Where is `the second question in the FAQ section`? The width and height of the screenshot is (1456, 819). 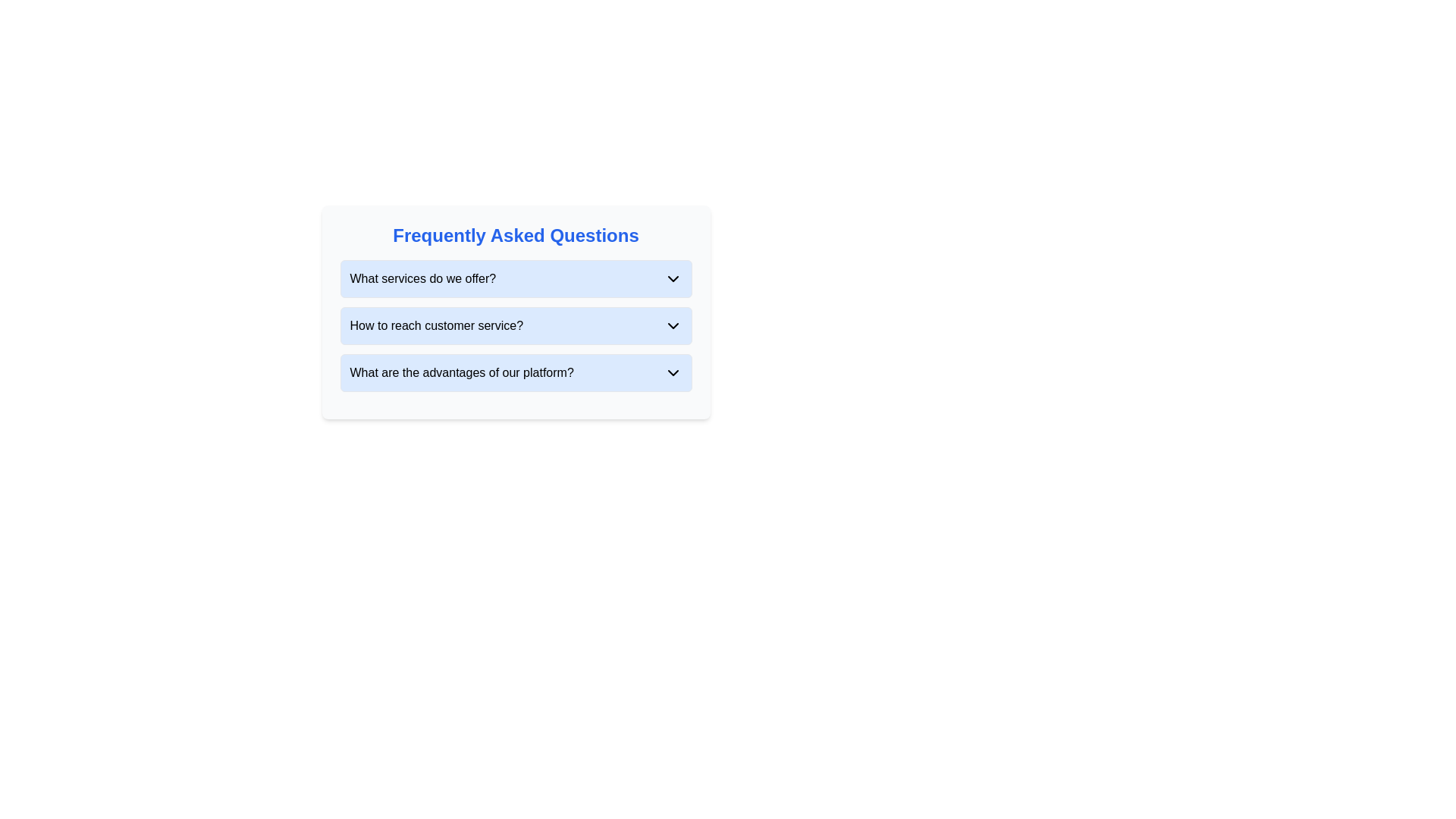
the second question in the FAQ section is located at coordinates (516, 325).